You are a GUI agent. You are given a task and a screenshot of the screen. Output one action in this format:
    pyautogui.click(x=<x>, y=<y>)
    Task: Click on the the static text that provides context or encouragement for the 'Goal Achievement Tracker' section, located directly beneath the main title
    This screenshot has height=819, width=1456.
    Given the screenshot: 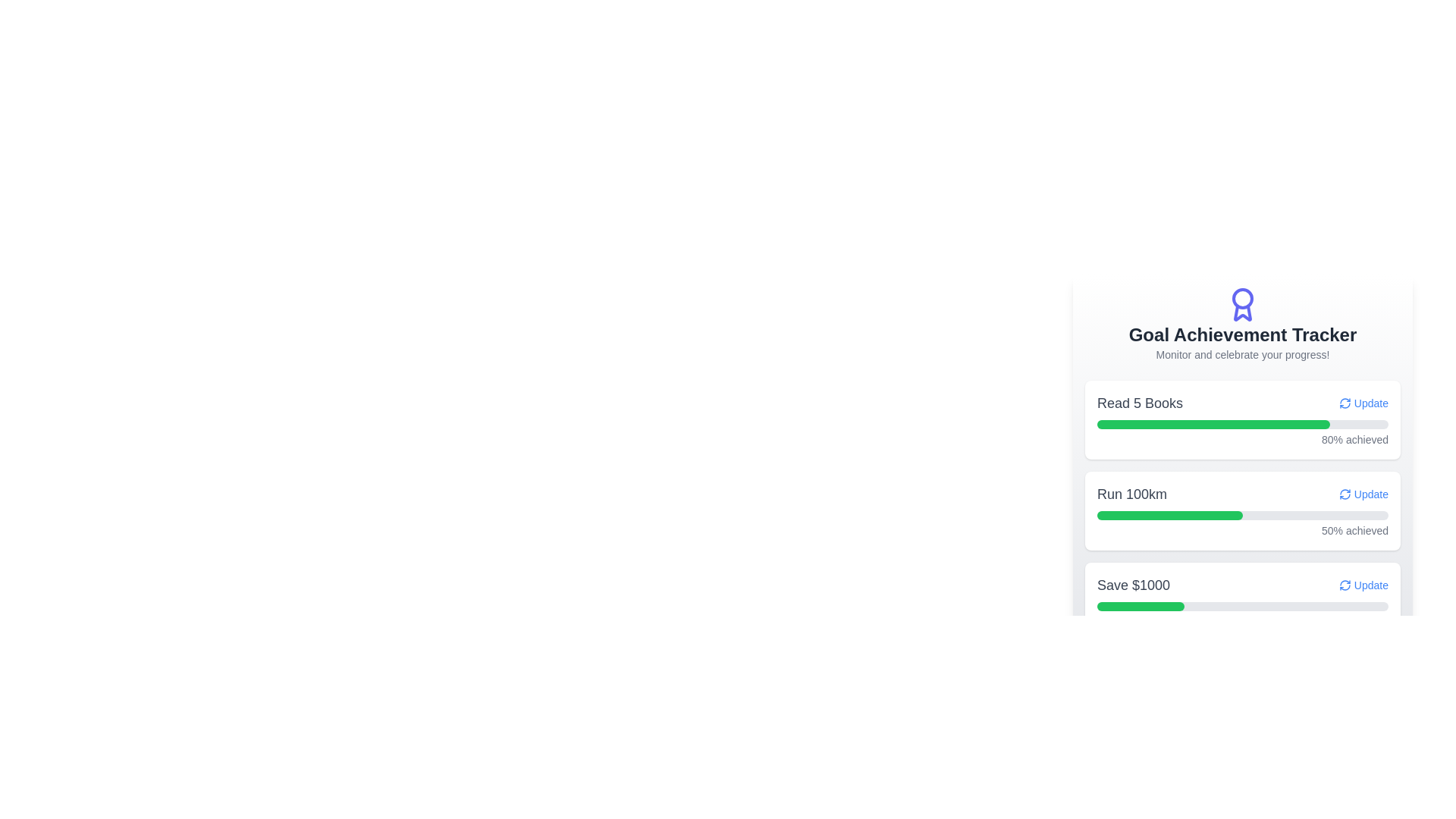 What is the action you would take?
    pyautogui.click(x=1242, y=354)
    